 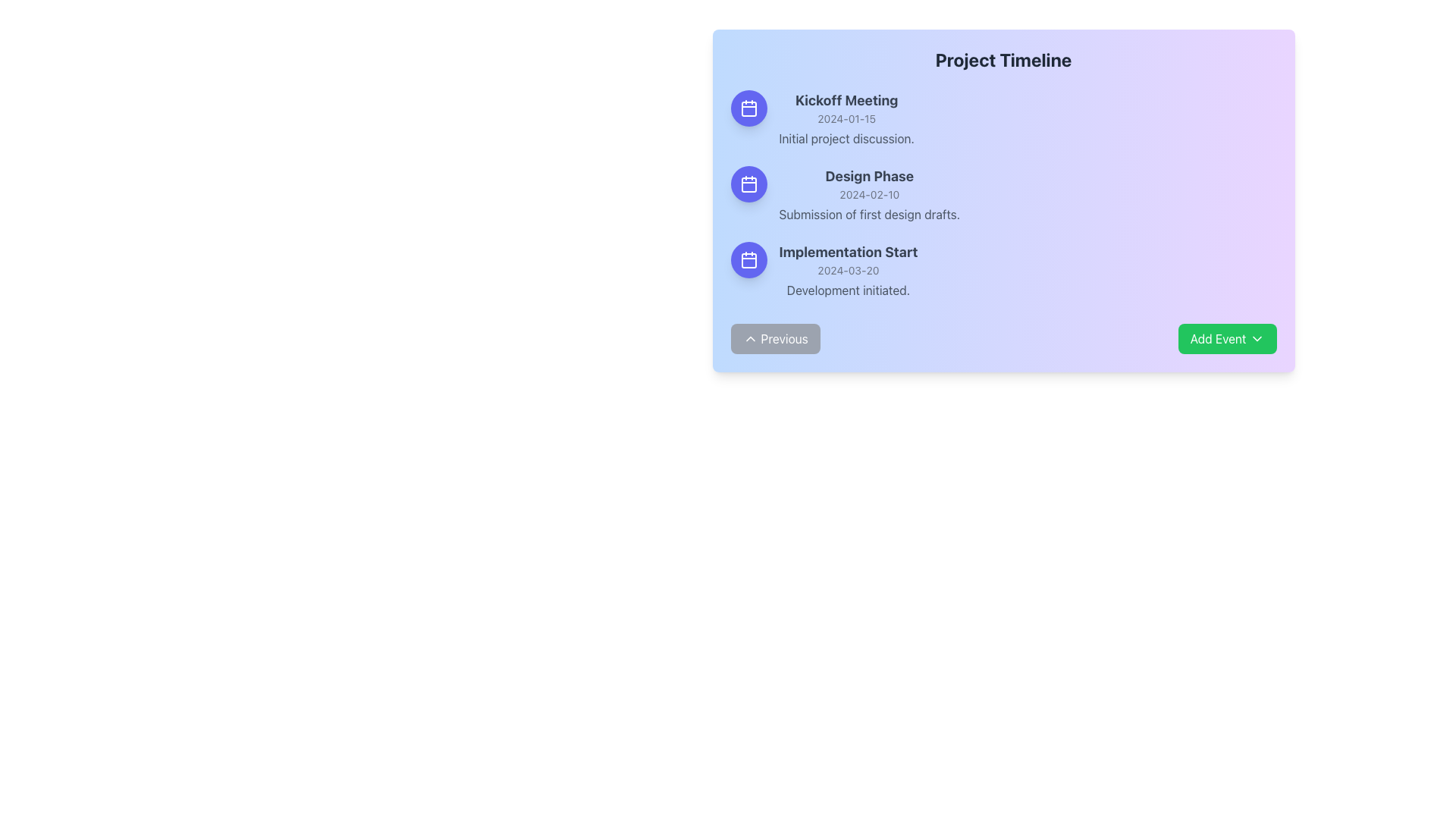 I want to click on the 'Previous' button, which contains an upward-facing chevron icon on its left side, so click(x=750, y=338).